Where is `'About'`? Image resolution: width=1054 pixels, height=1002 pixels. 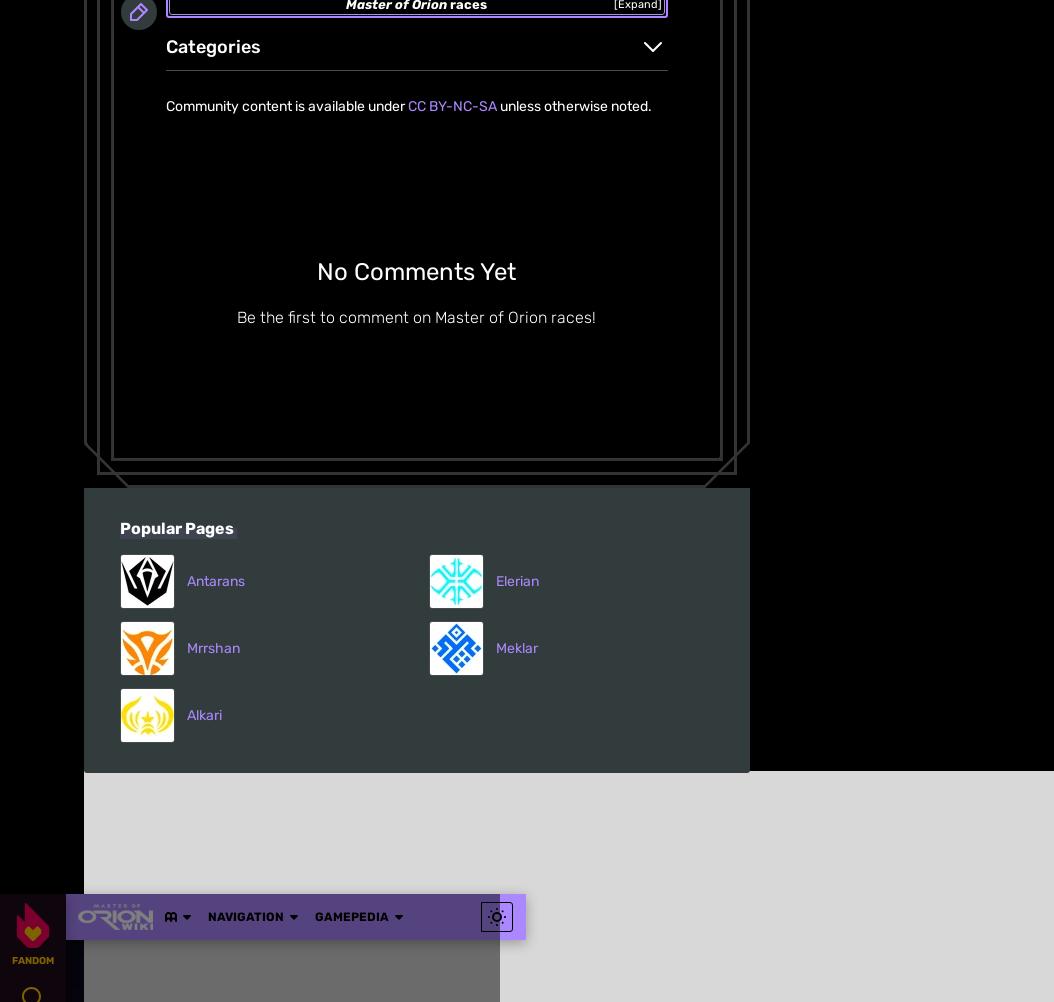
'About' is located at coordinates (101, 343).